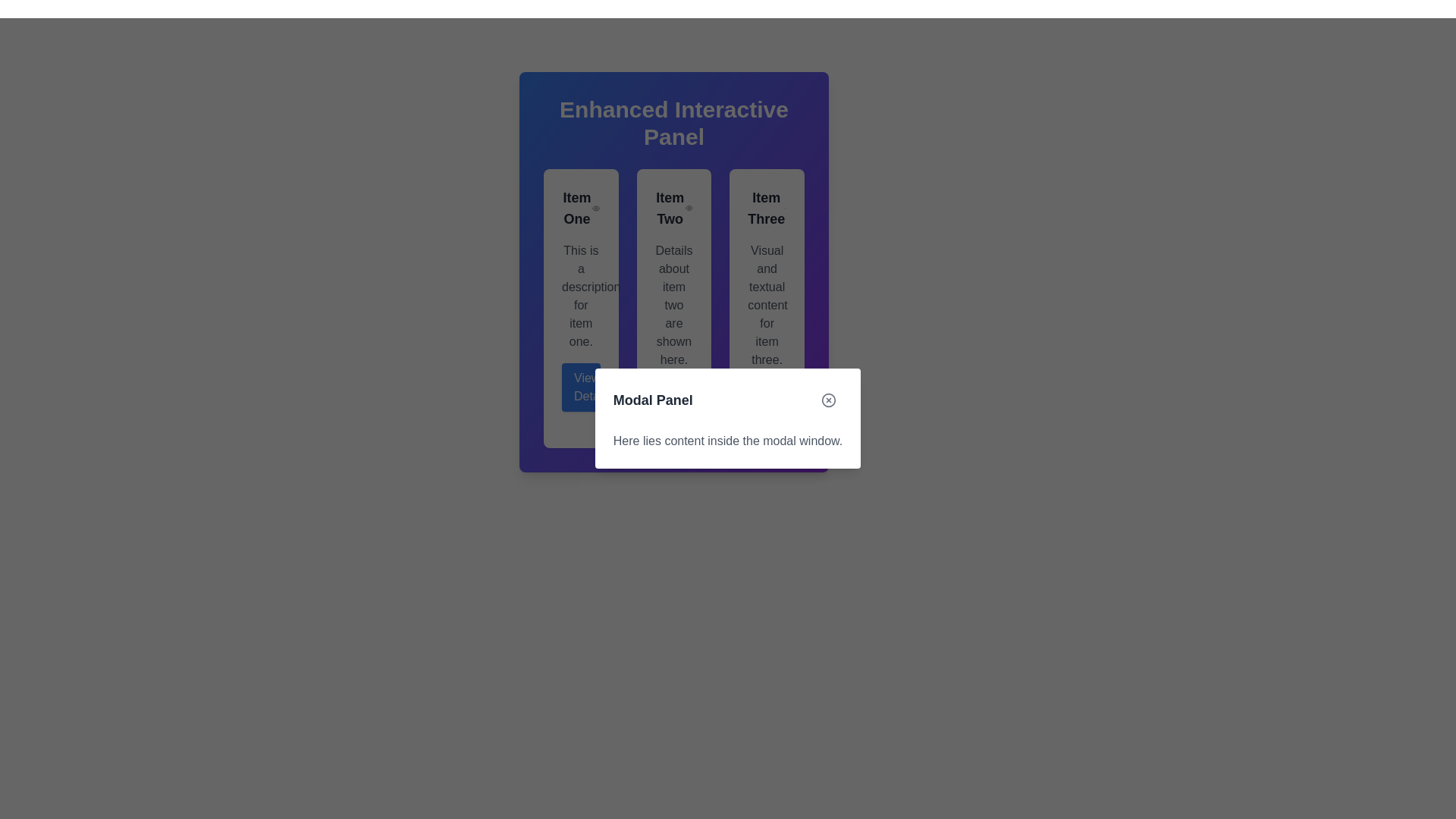 Image resolution: width=1456 pixels, height=819 pixels. What do you see at coordinates (580, 208) in the screenshot?
I see `the eye icon associated with the label for 'Item One'` at bounding box center [580, 208].